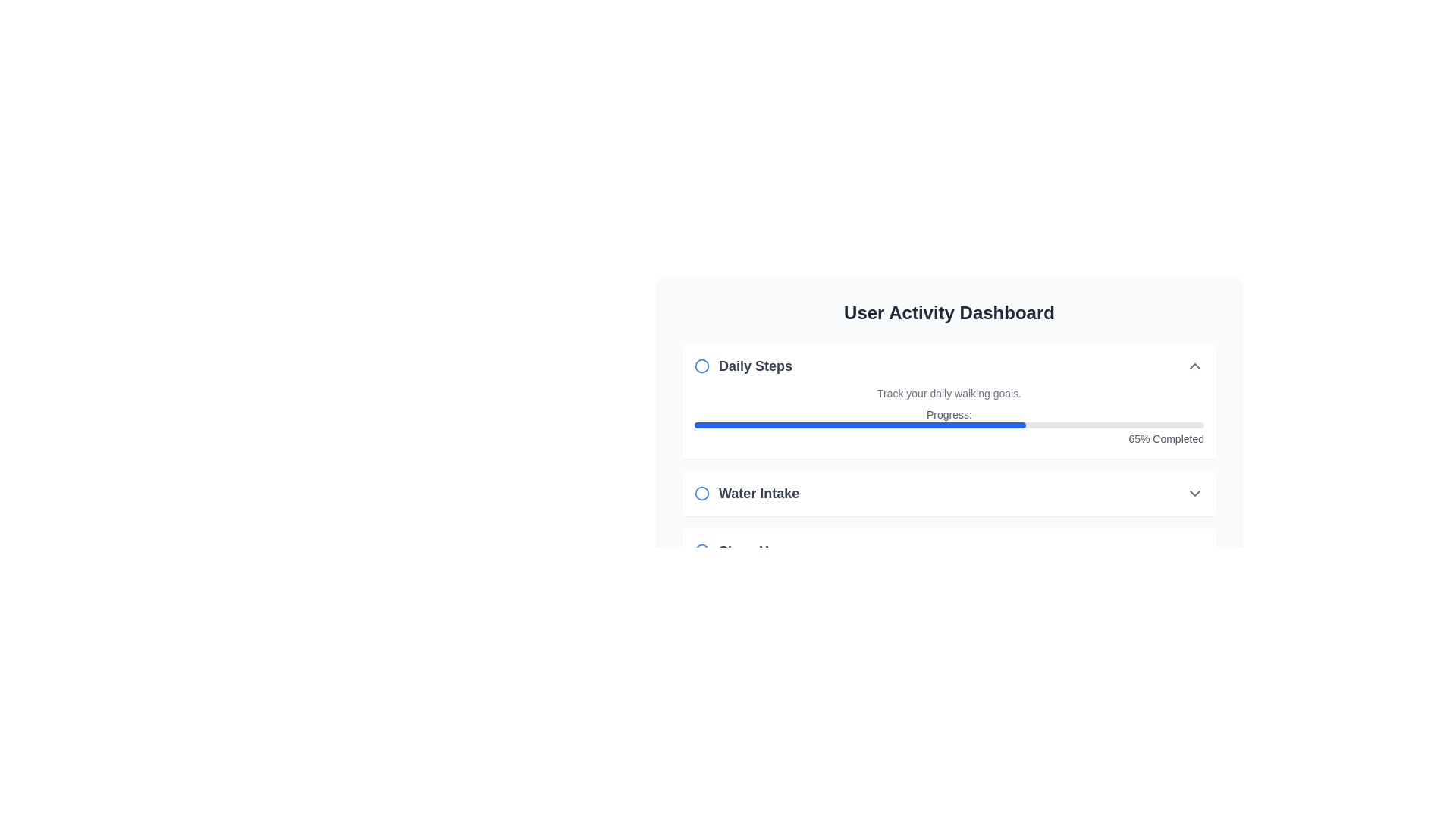 This screenshot has width=1456, height=819. Describe the element at coordinates (949, 415) in the screenshot. I see `the text label indicating the progress status of a task or activity, which is located above the progress bar and horizontally centered within its section` at that location.